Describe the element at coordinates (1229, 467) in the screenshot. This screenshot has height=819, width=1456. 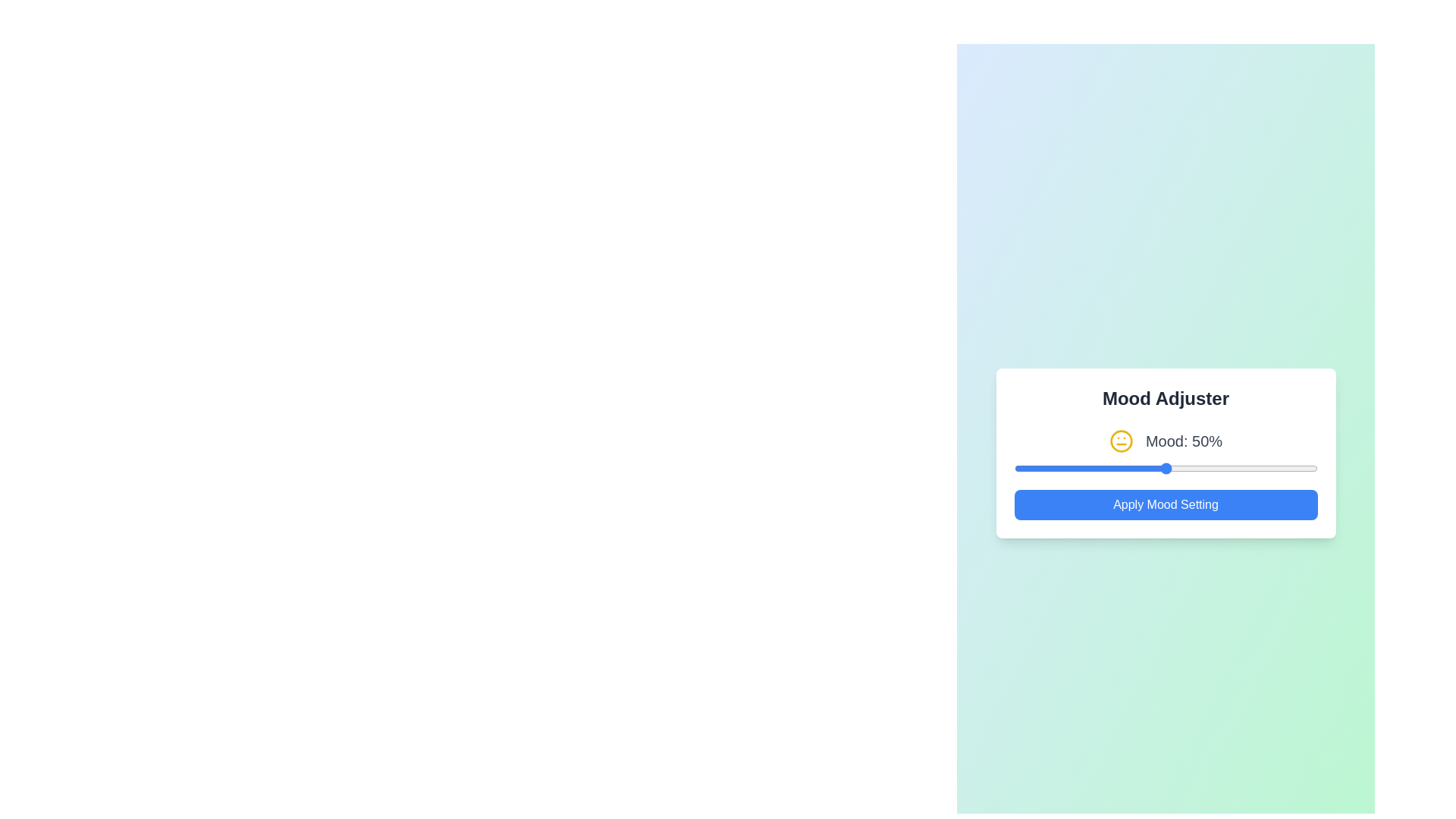
I see `the mood slider to set the mood value to 71%` at that location.